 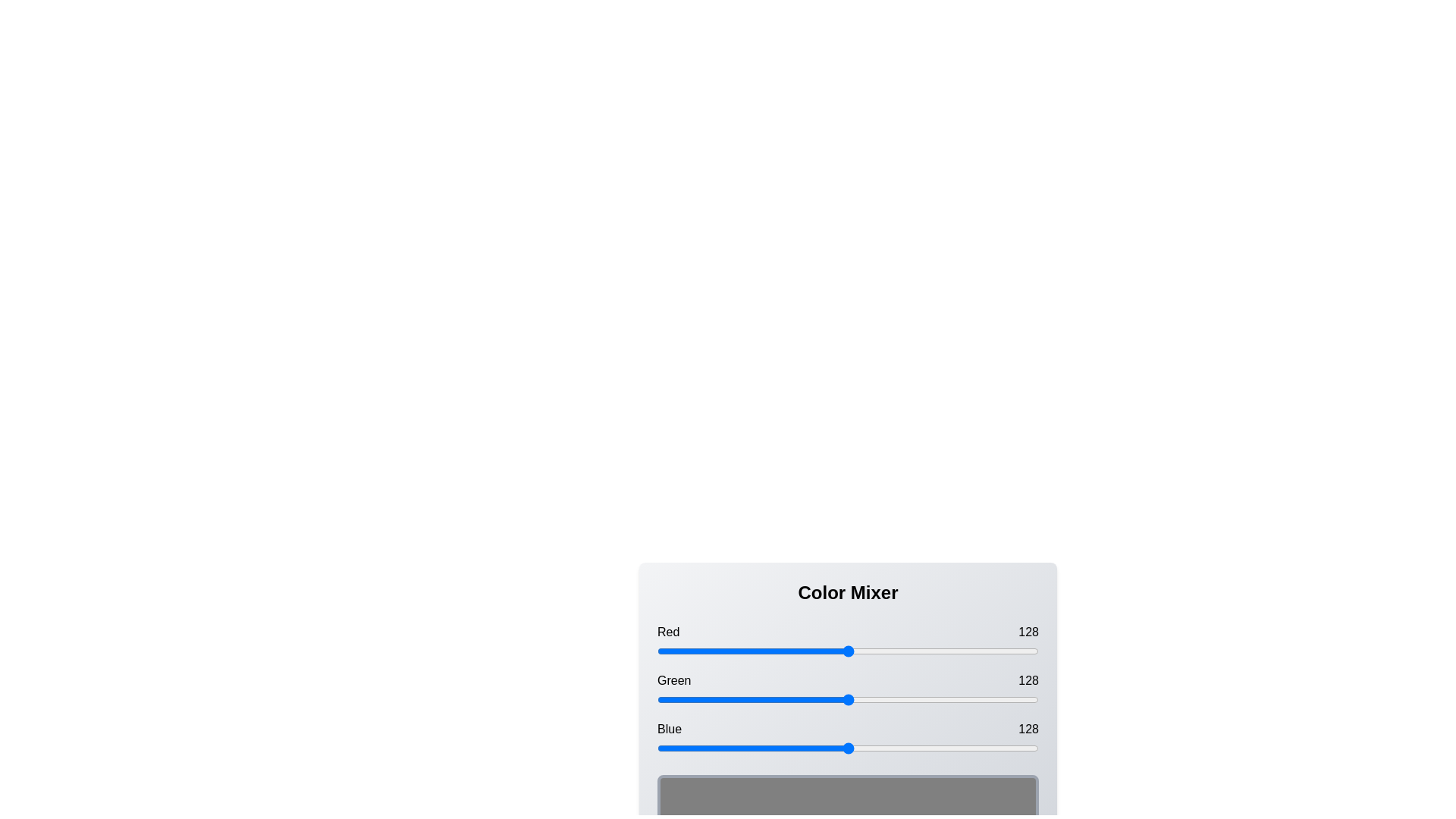 What do you see at coordinates (966, 699) in the screenshot?
I see `the green slider to set its value to 207` at bounding box center [966, 699].